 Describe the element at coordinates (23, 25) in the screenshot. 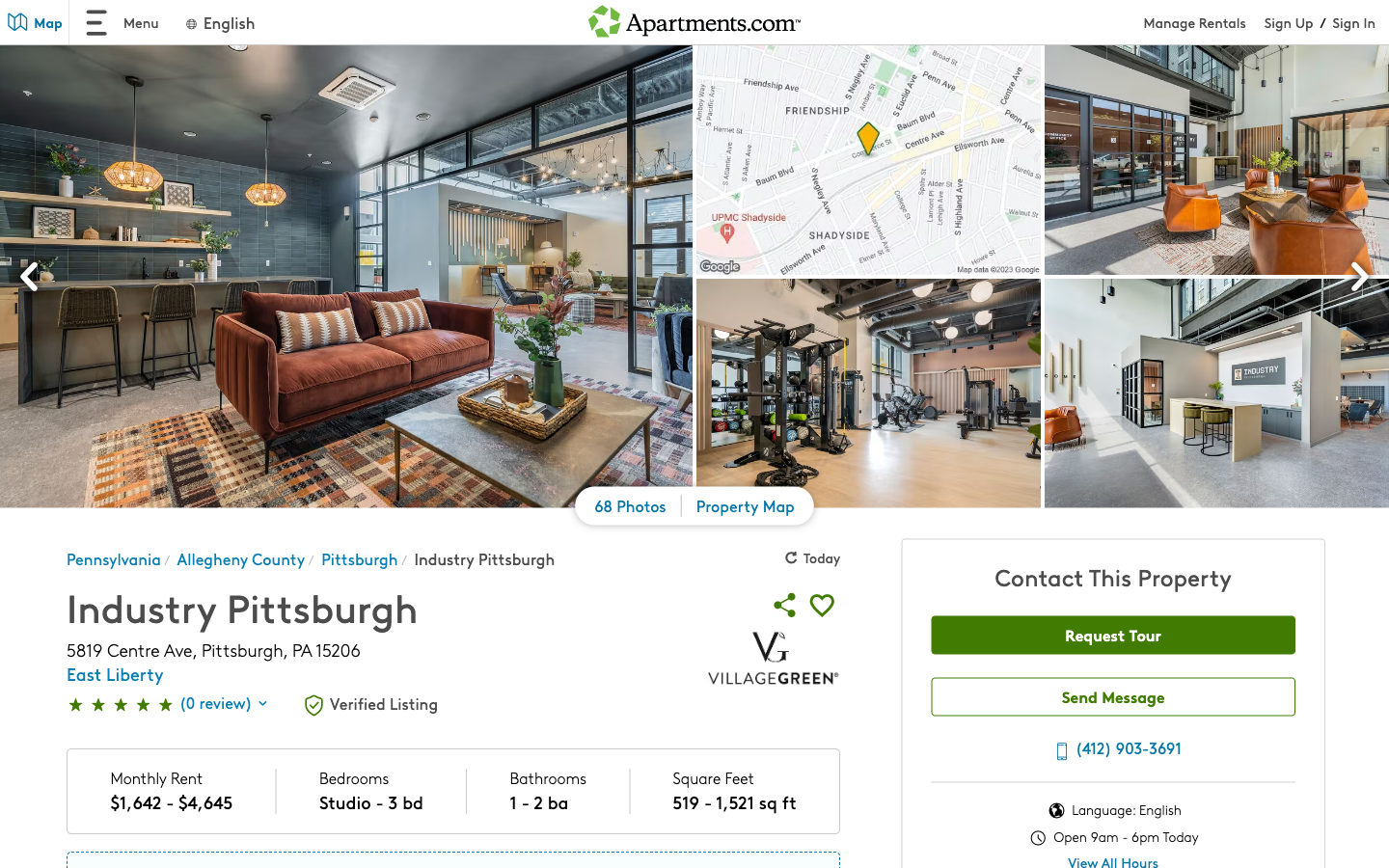

I see `the map feature` at that location.